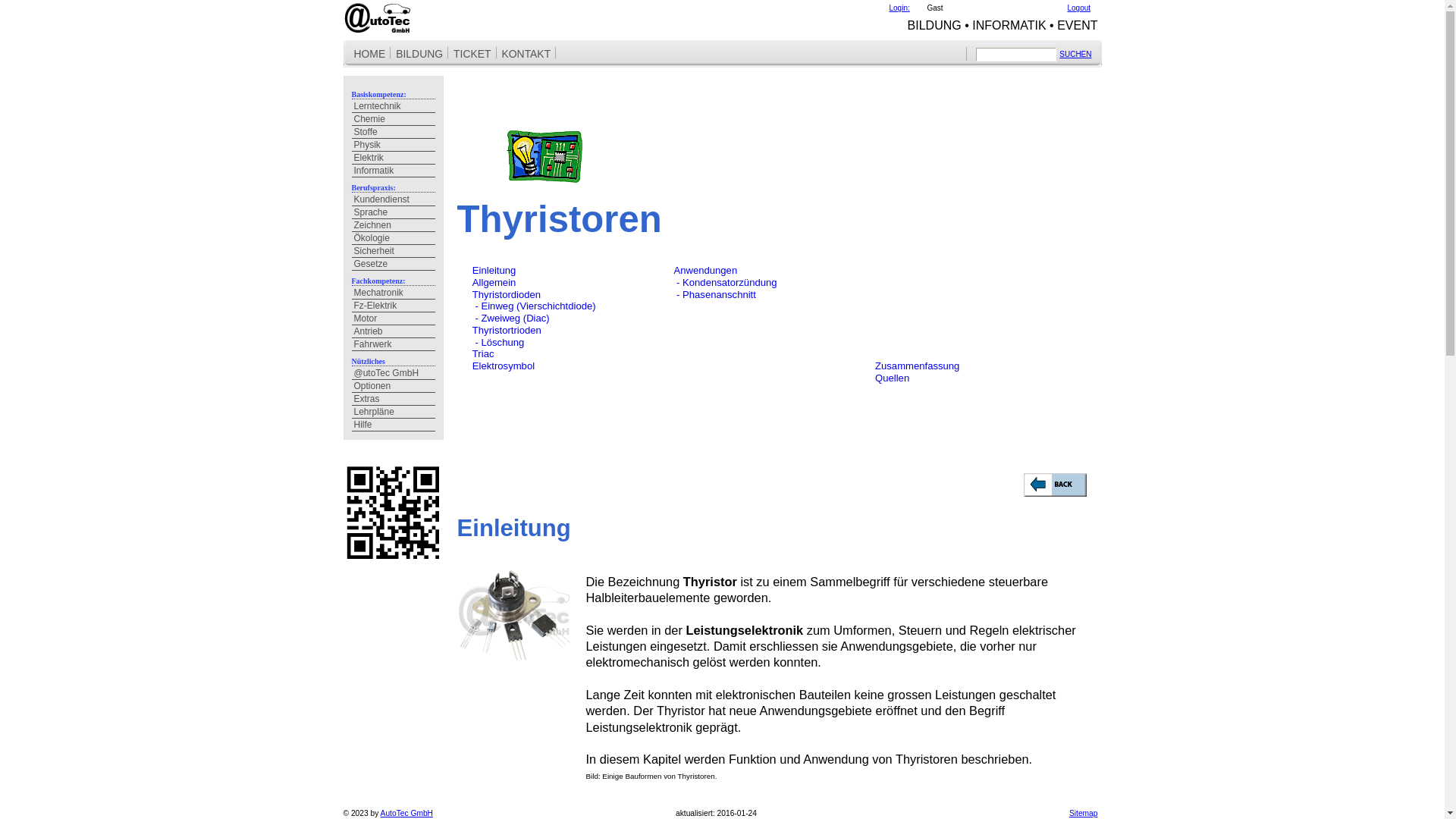 The width and height of the screenshot is (1456, 819). Describe the element at coordinates (393, 118) in the screenshot. I see `'Chemie'` at that location.